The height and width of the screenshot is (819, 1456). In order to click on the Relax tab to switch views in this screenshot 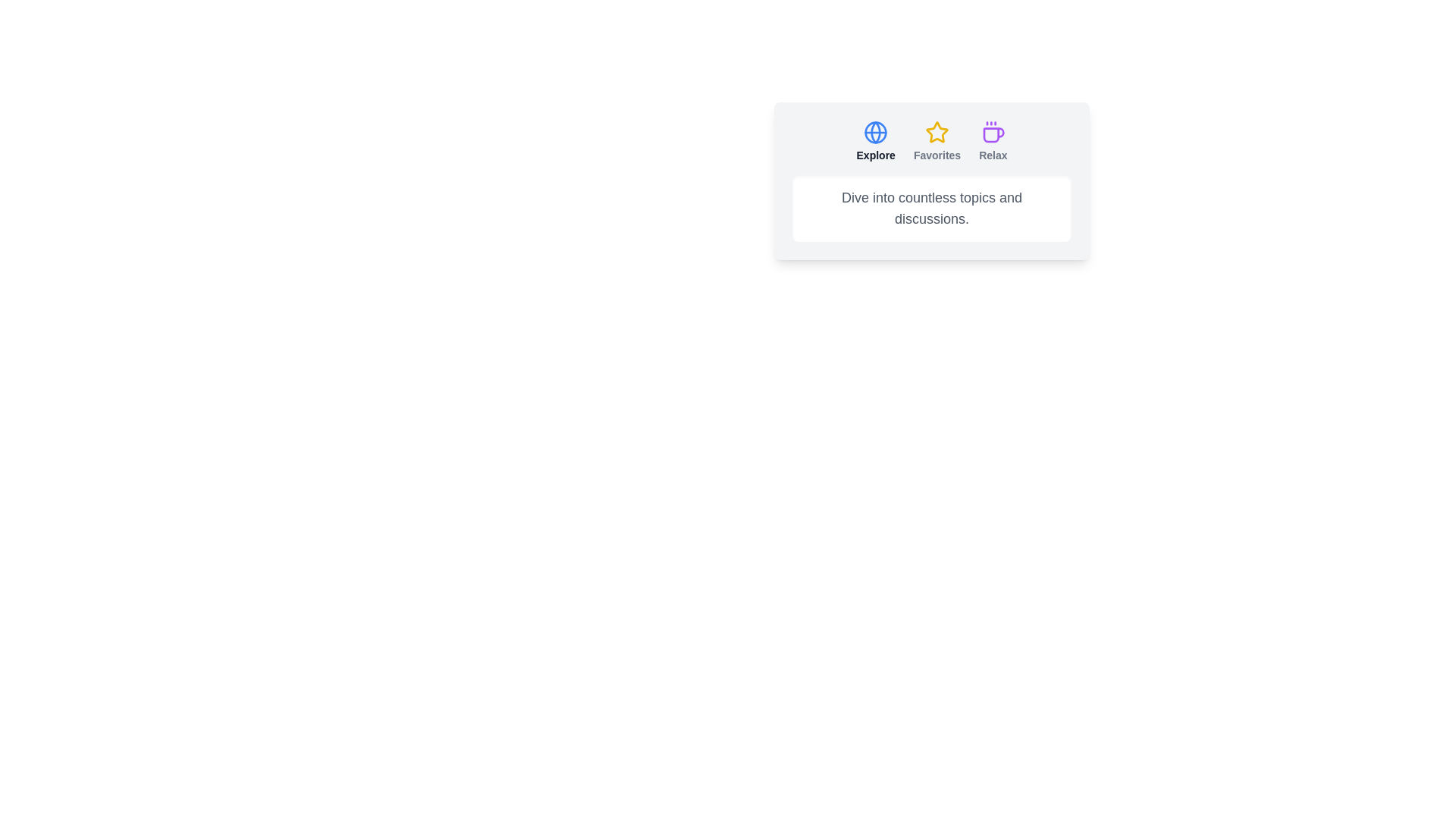, I will do `click(993, 141)`.